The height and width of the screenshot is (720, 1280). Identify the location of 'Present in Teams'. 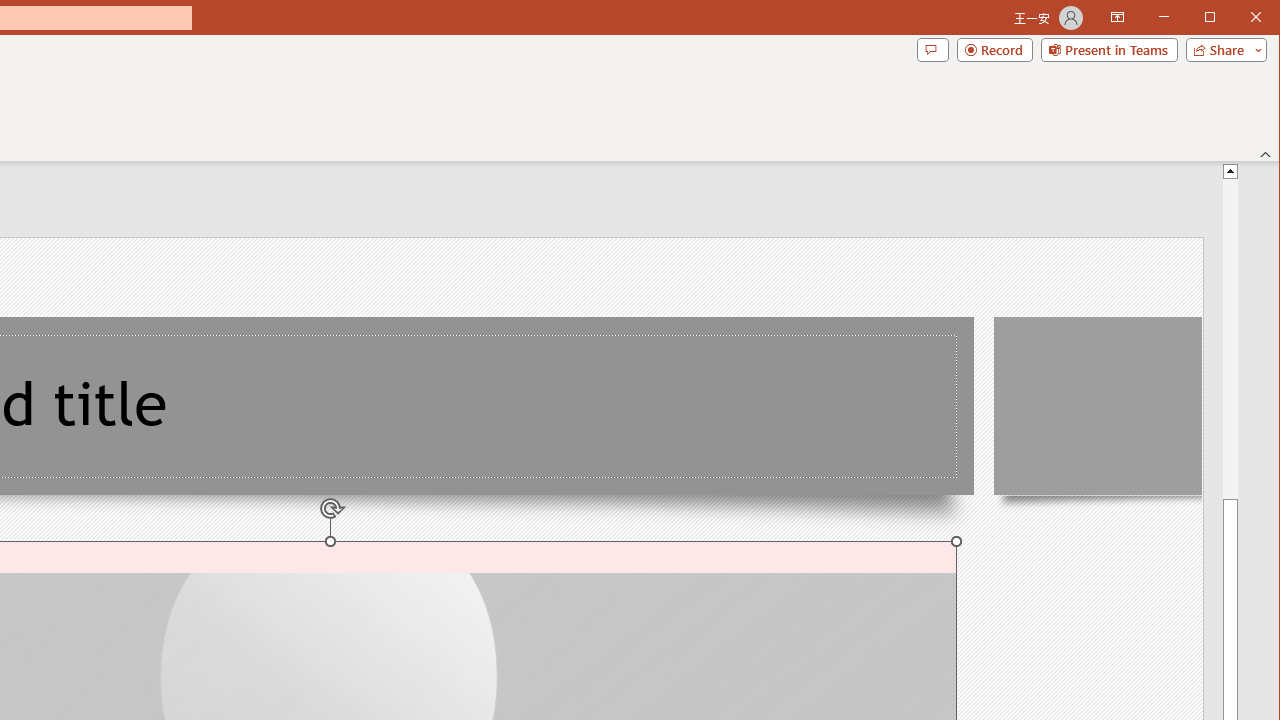
(1108, 49).